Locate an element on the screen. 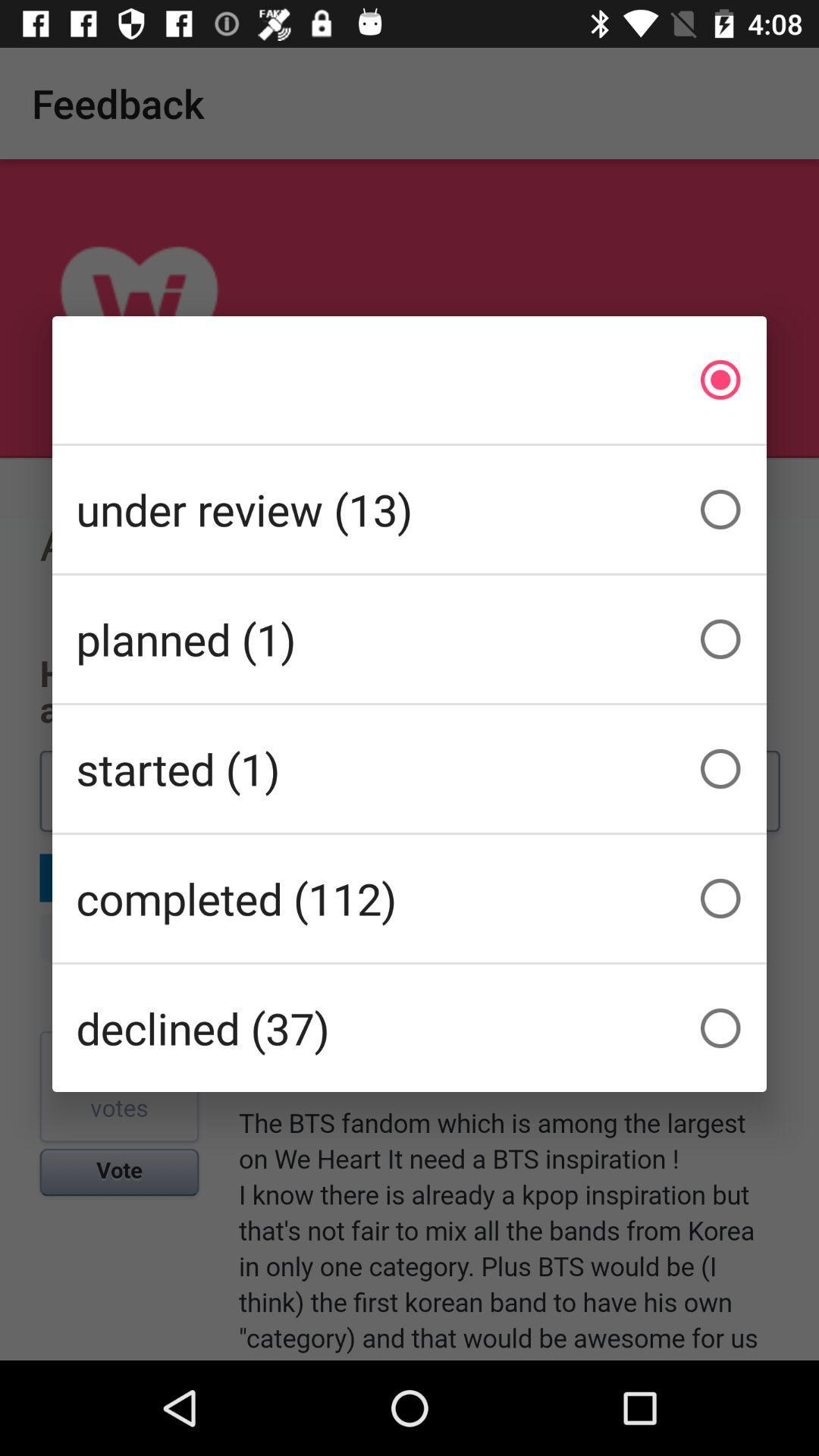  the under review (13) item is located at coordinates (409, 510).